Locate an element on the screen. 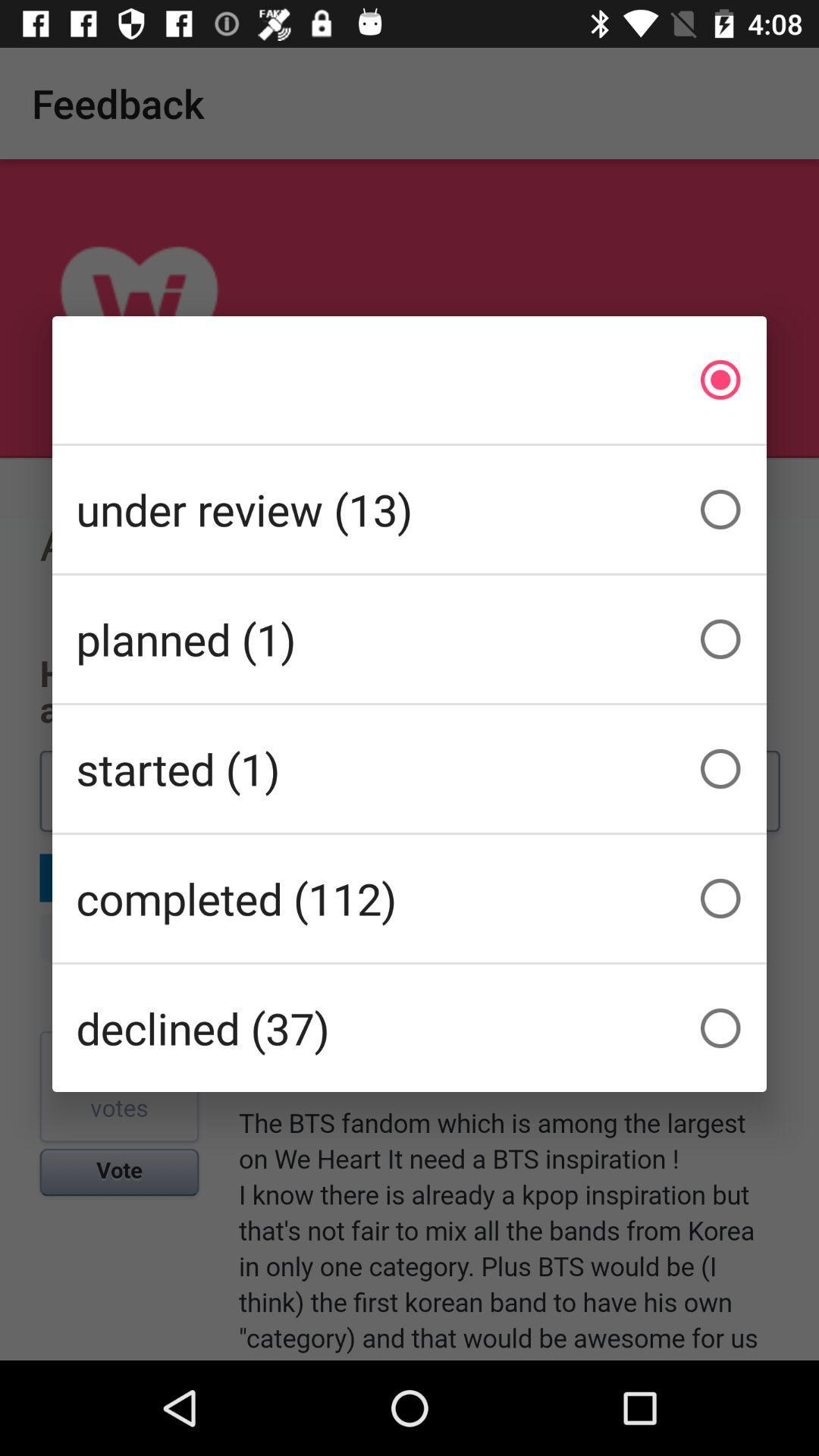  the under review (13) item is located at coordinates (409, 510).